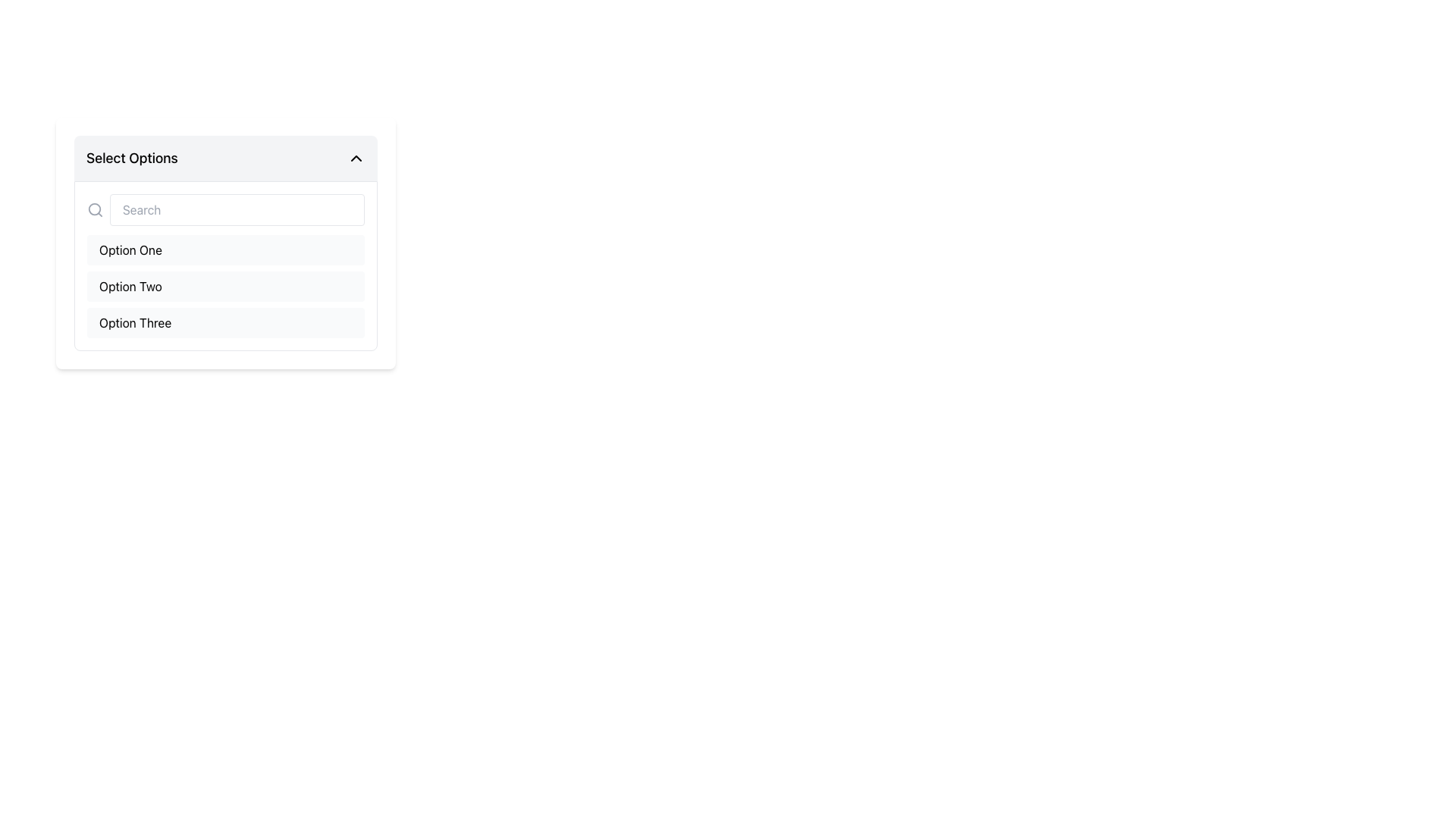  What do you see at coordinates (224, 287) in the screenshot?
I see `the list item labeled 'Option Two'` at bounding box center [224, 287].